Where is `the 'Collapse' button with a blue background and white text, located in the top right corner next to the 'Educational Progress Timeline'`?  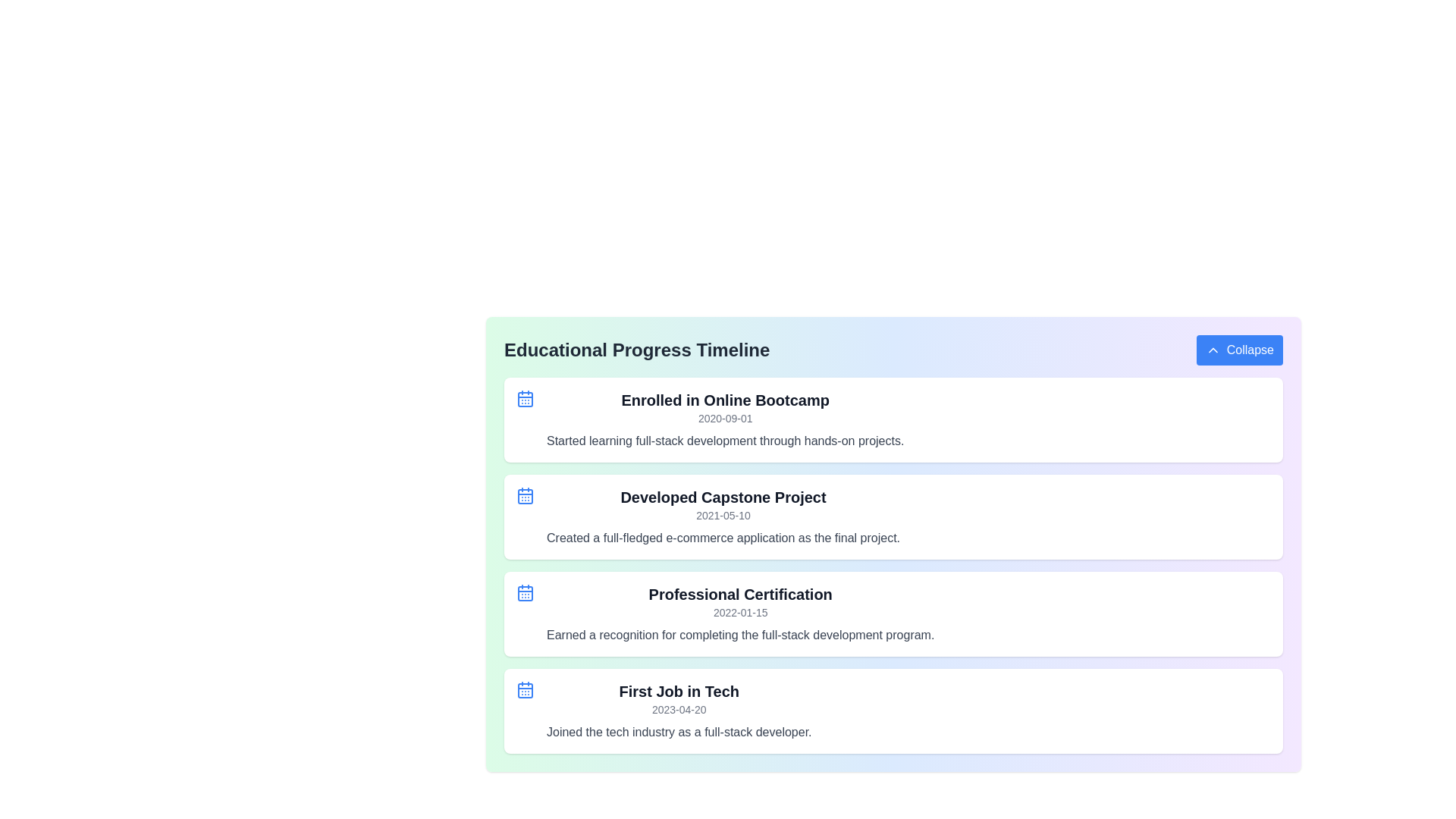 the 'Collapse' button with a blue background and white text, located in the top right corner next to the 'Educational Progress Timeline' is located at coordinates (1239, 350).